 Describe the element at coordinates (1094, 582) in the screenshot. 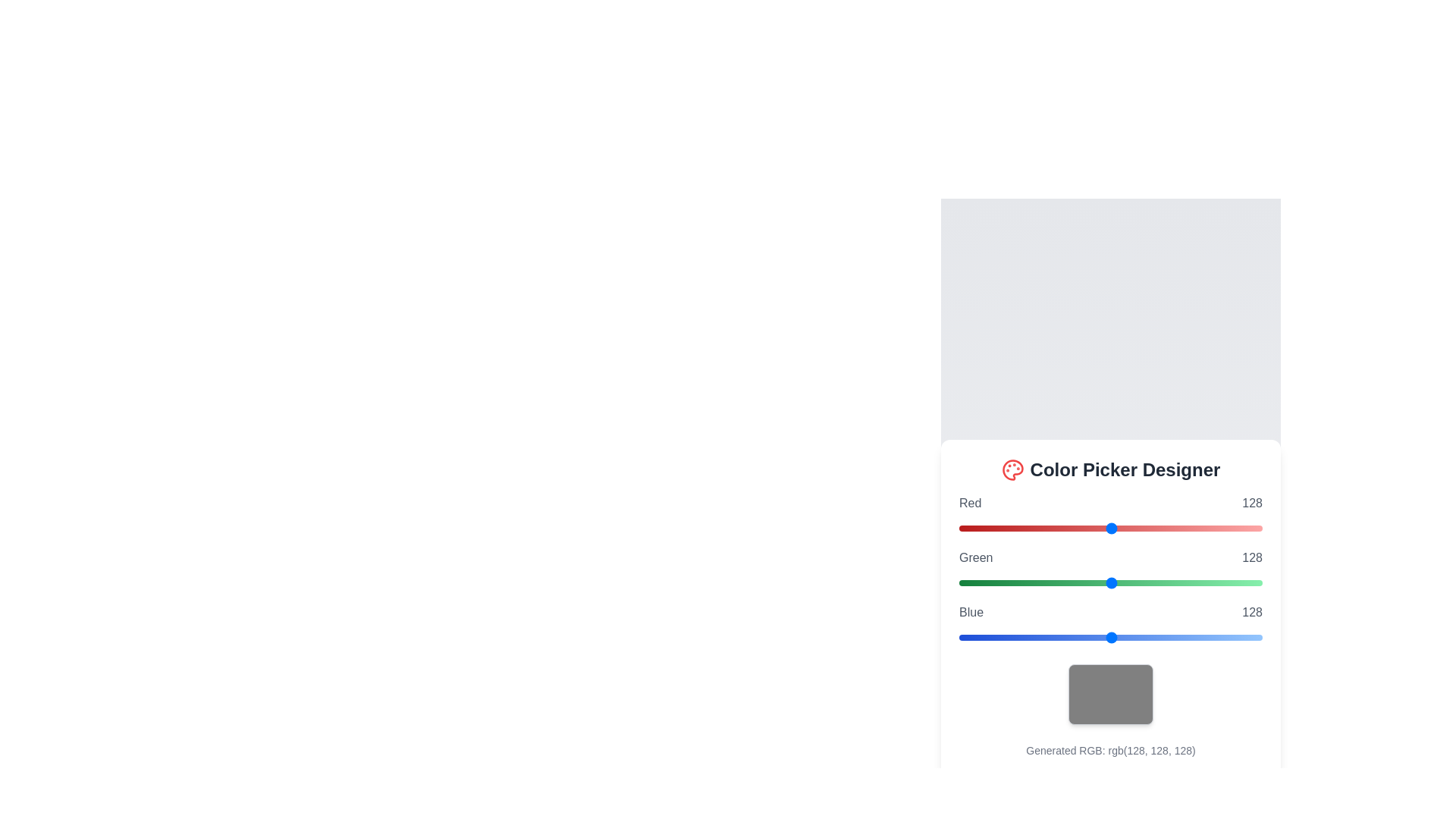

I see `the green slider to set its value to 114` at that location.